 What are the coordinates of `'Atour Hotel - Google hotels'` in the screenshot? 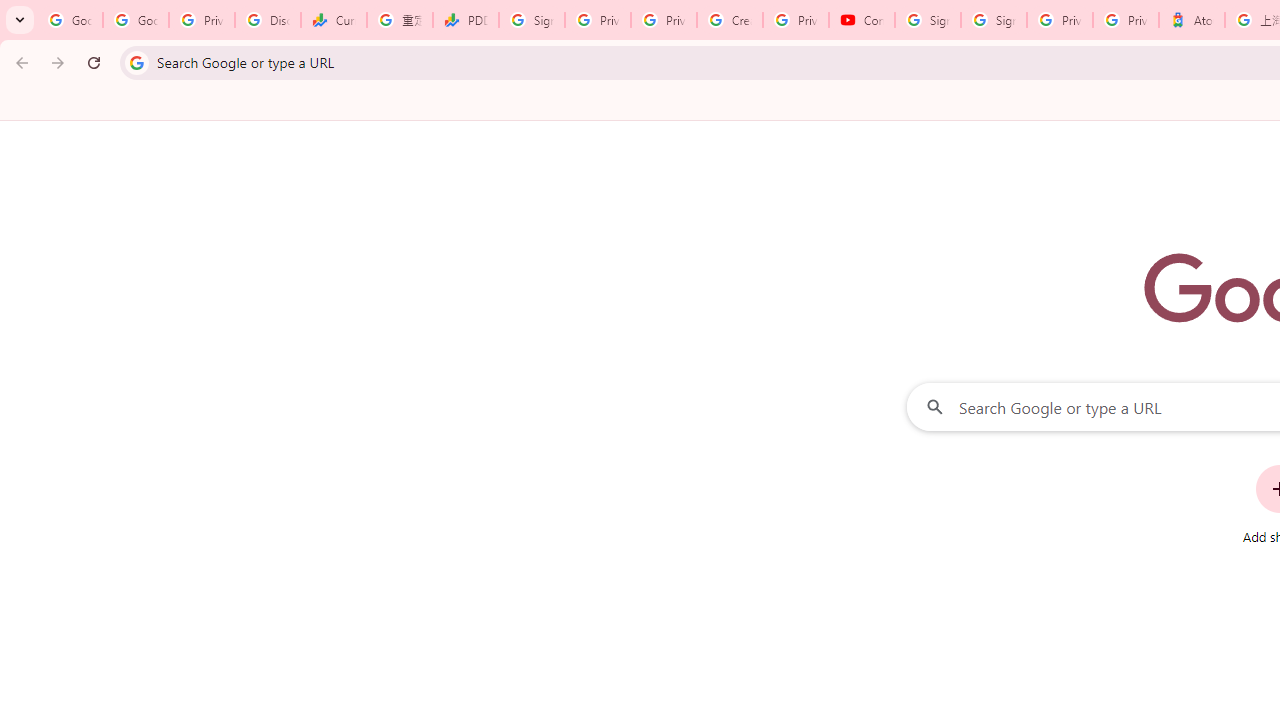 It's located at (1191, 20).